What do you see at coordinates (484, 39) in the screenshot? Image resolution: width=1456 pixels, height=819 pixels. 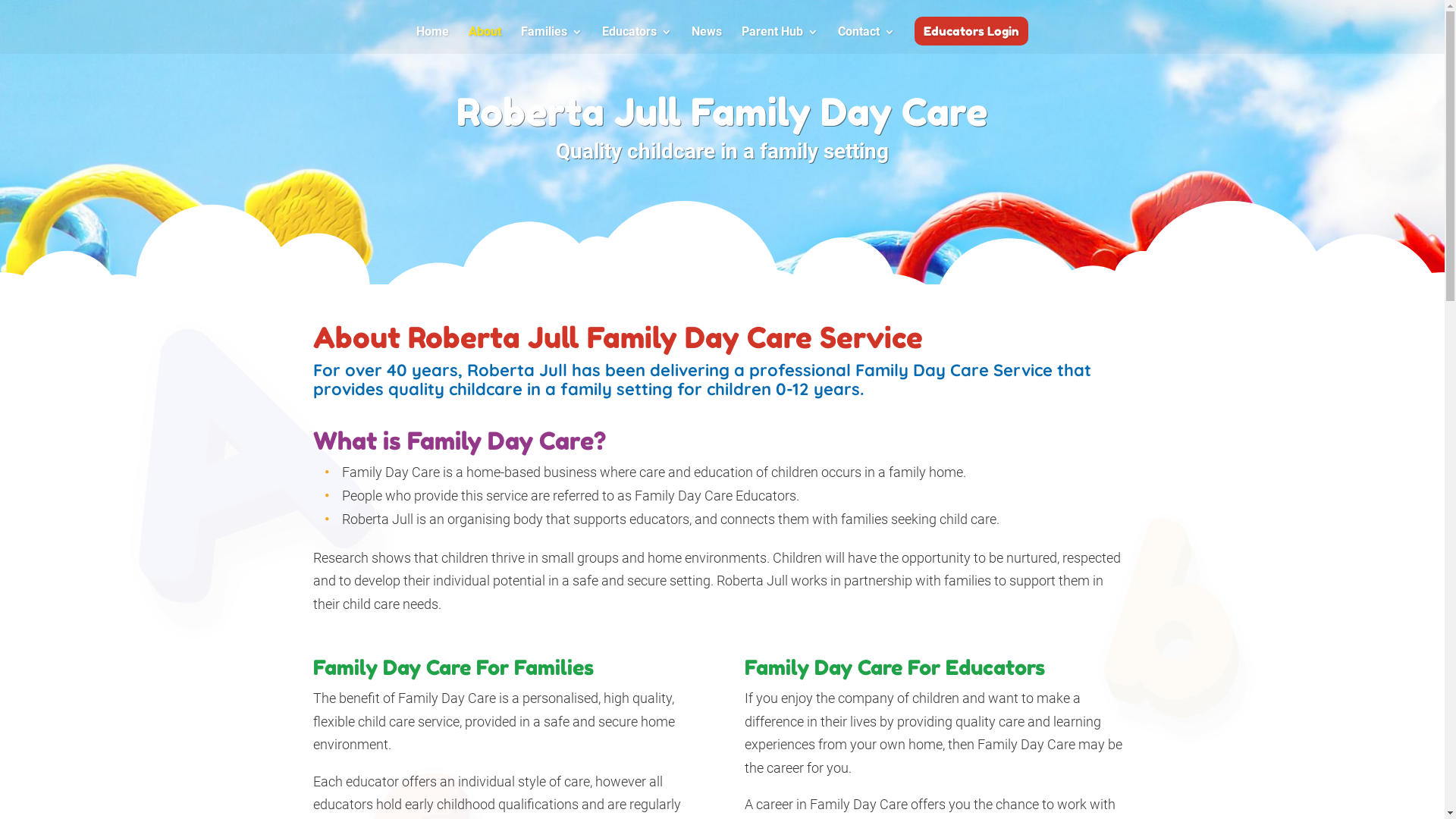 I see `'About'` at bounding box center [484, 39].